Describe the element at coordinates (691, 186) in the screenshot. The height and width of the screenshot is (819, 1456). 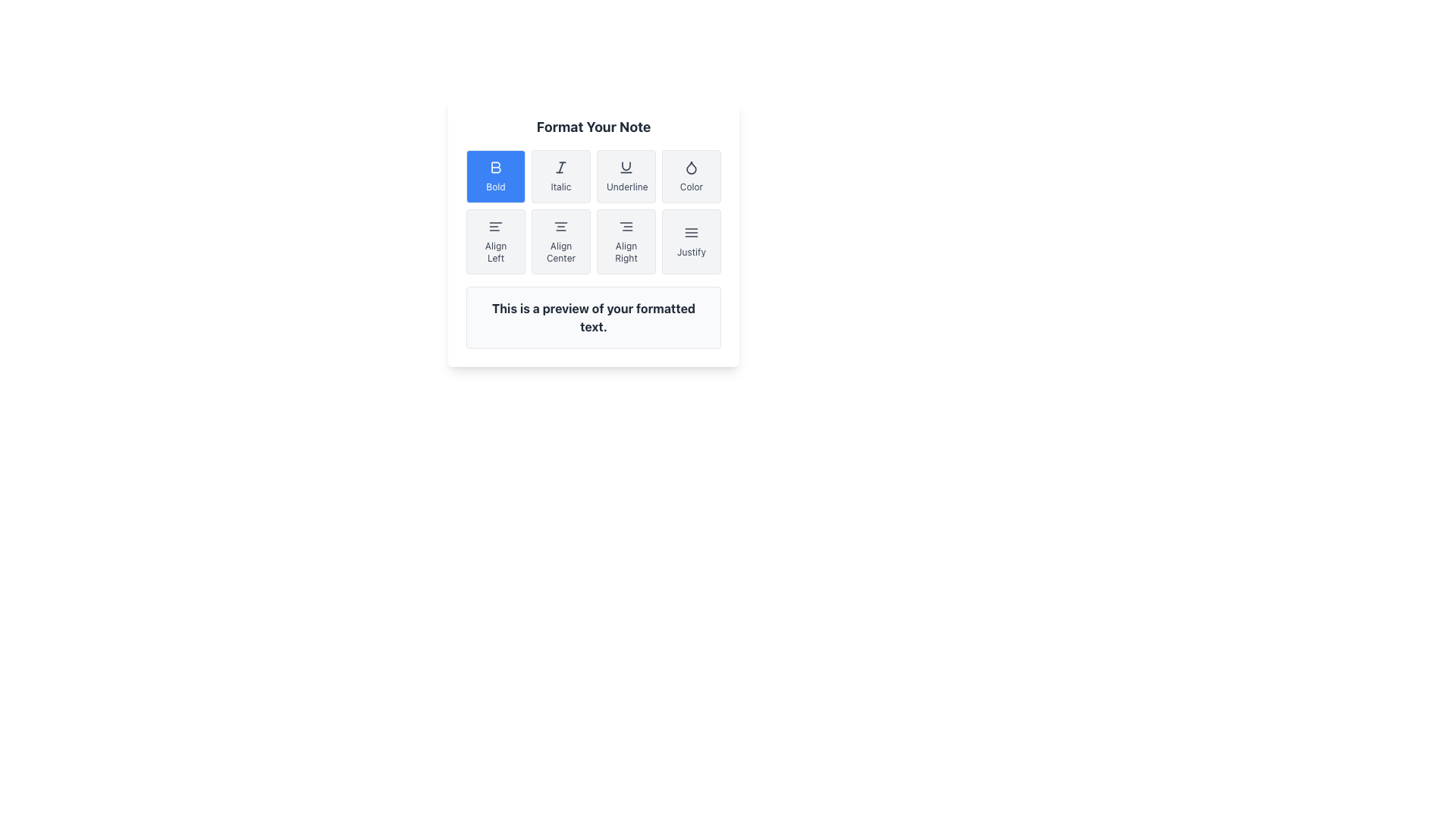
I see `descriptive text label located at the bottom of the 'Format Your Note' section, directly underneath the droplet icon` at that location.